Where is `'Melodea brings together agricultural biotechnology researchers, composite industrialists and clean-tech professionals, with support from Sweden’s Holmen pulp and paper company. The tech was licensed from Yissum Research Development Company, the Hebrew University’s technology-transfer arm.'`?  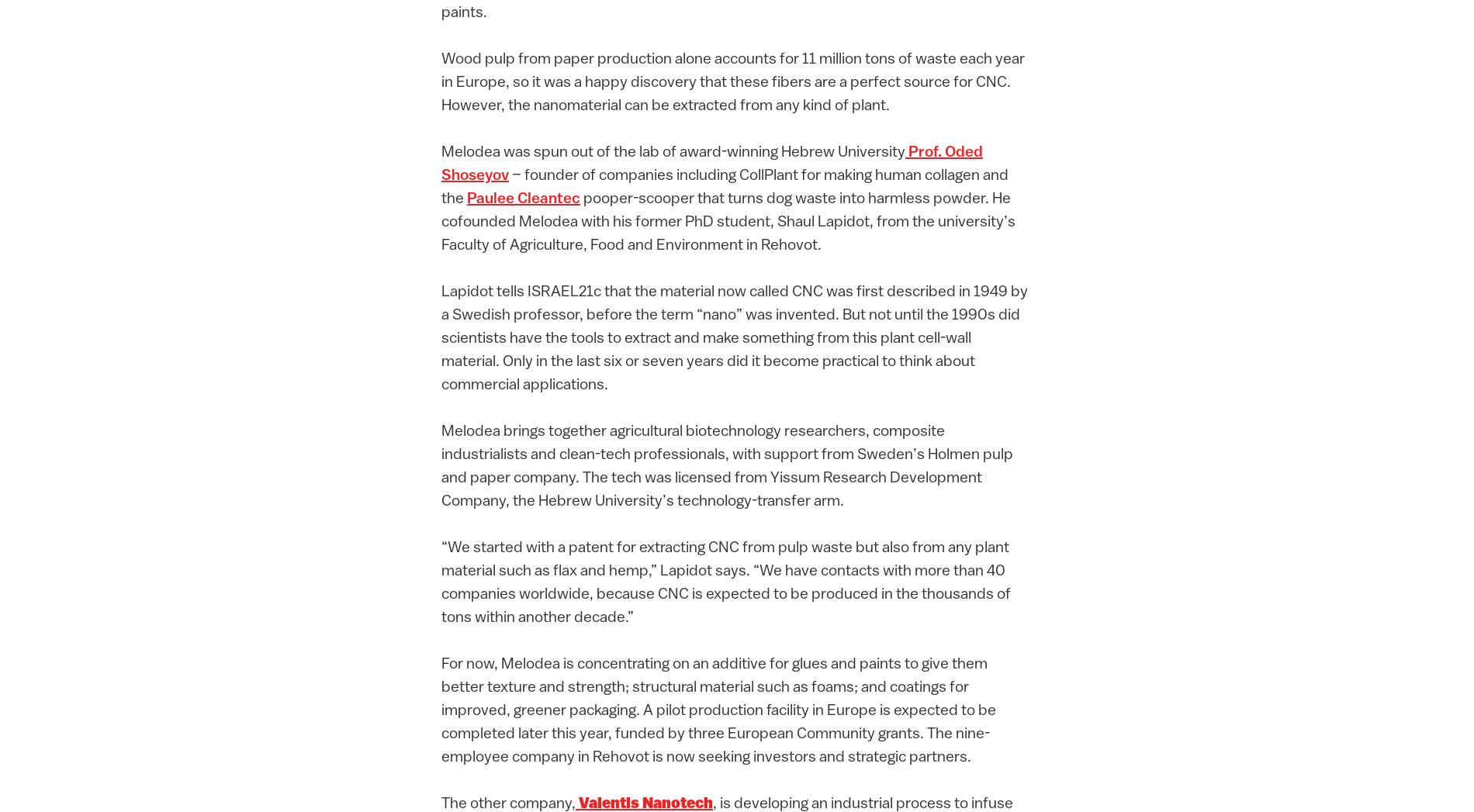
'Melodea brings together agricultural biotechnology researchers, composite industrialists and clean-tech professionals, with support from Sweden’s Holmen pulp and paper company. The tech was licensed from Yissum Research Development Company, the Hebrew University’s technology-transfer arm.' is located at coordinates (726, 466).